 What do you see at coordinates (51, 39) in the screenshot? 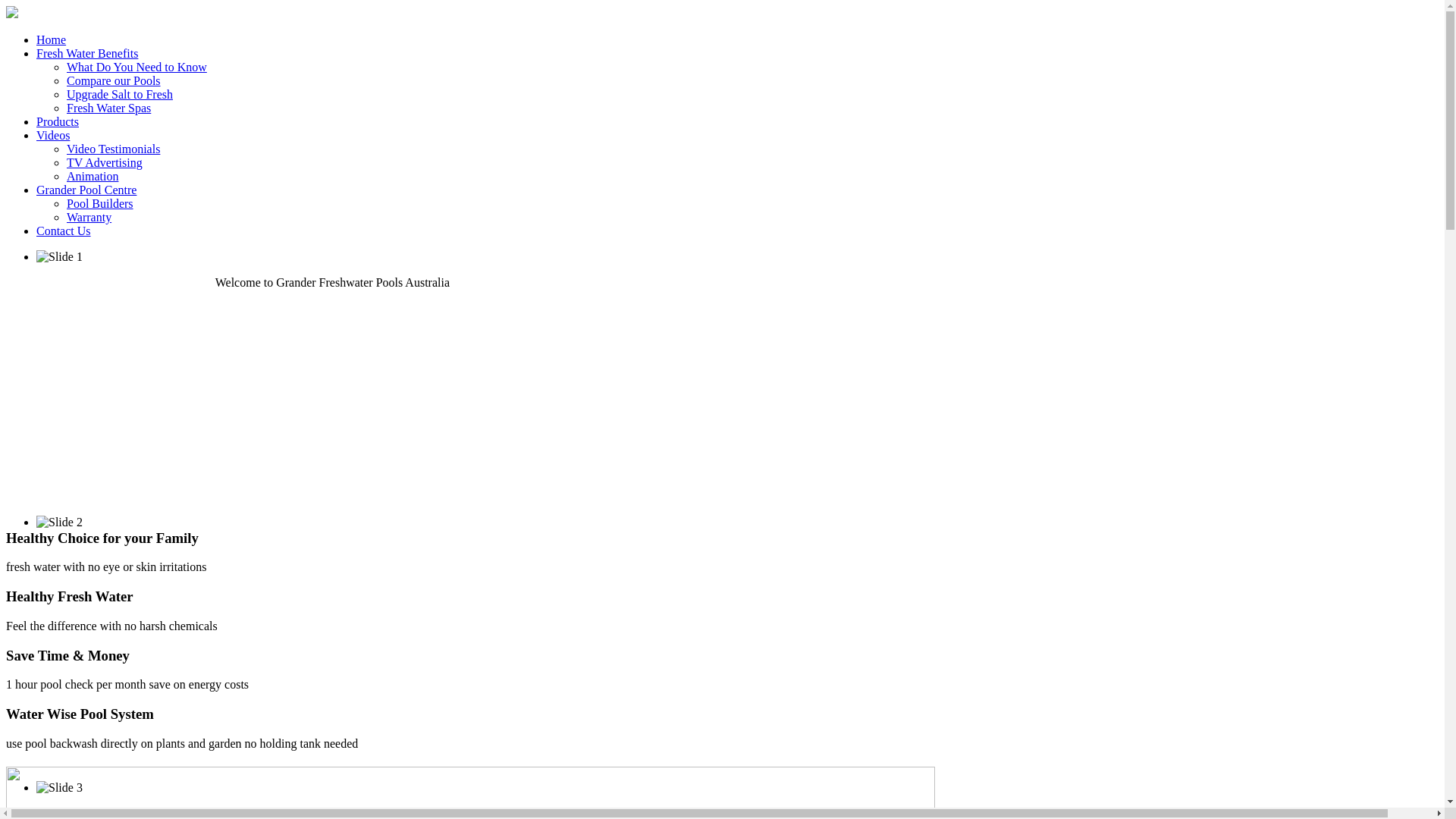
I see `'Home'` at bounding box center [51, 39].